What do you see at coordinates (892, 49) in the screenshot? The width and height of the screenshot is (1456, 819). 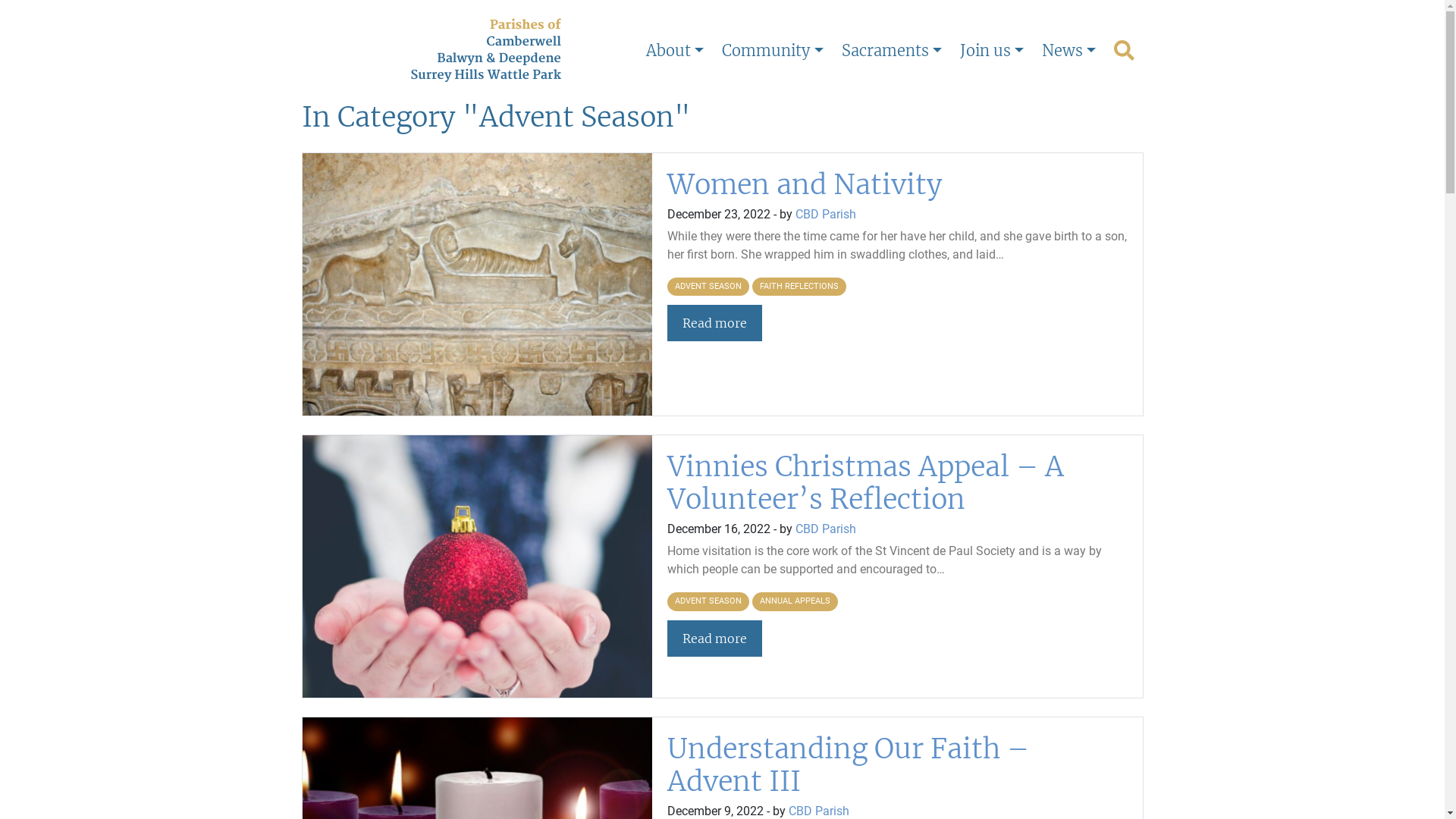 I see `'Sacraments'` at bounding box center [892, 49].